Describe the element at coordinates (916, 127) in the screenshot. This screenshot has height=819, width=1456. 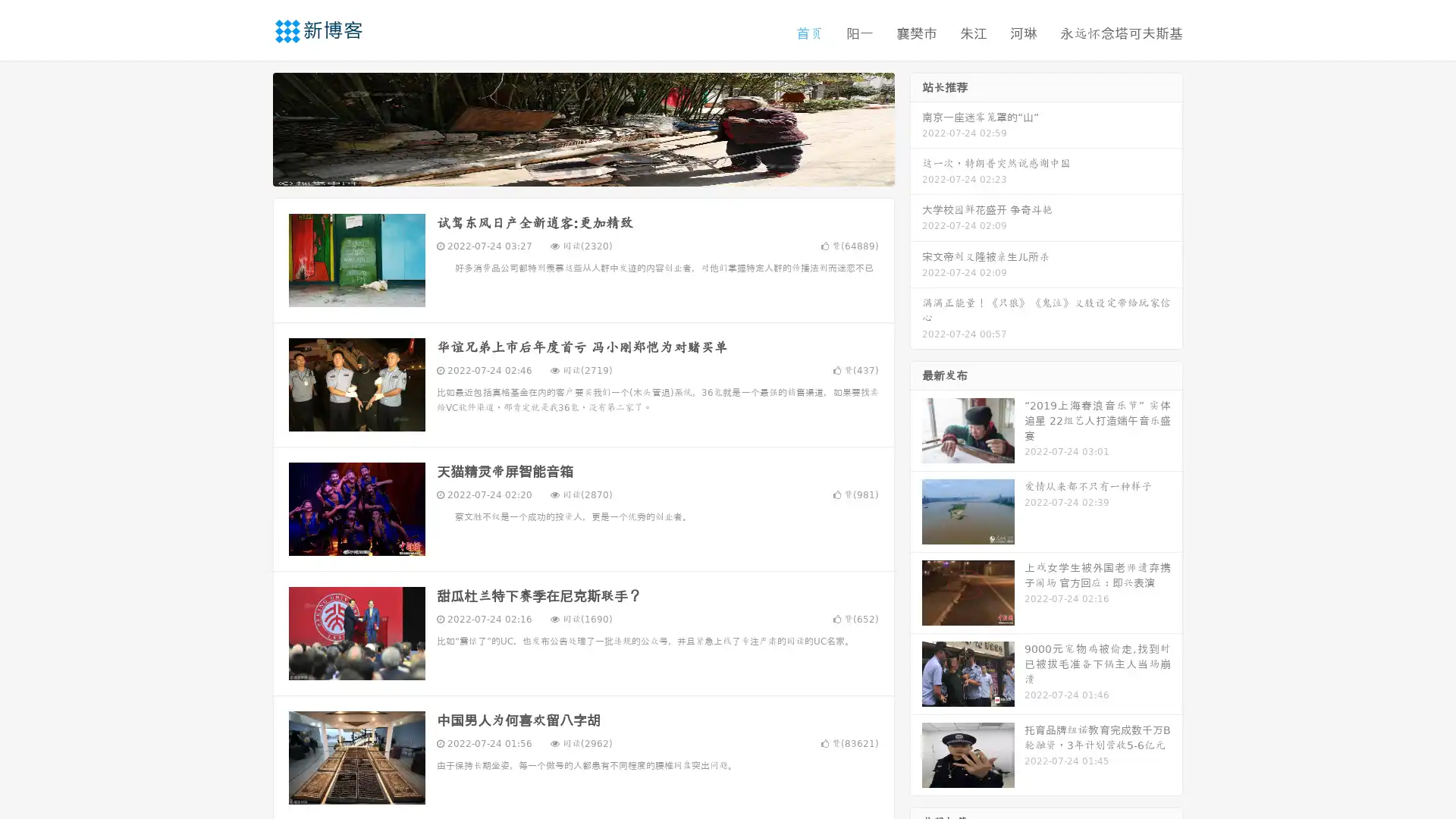
I see `Next slide` at that location.